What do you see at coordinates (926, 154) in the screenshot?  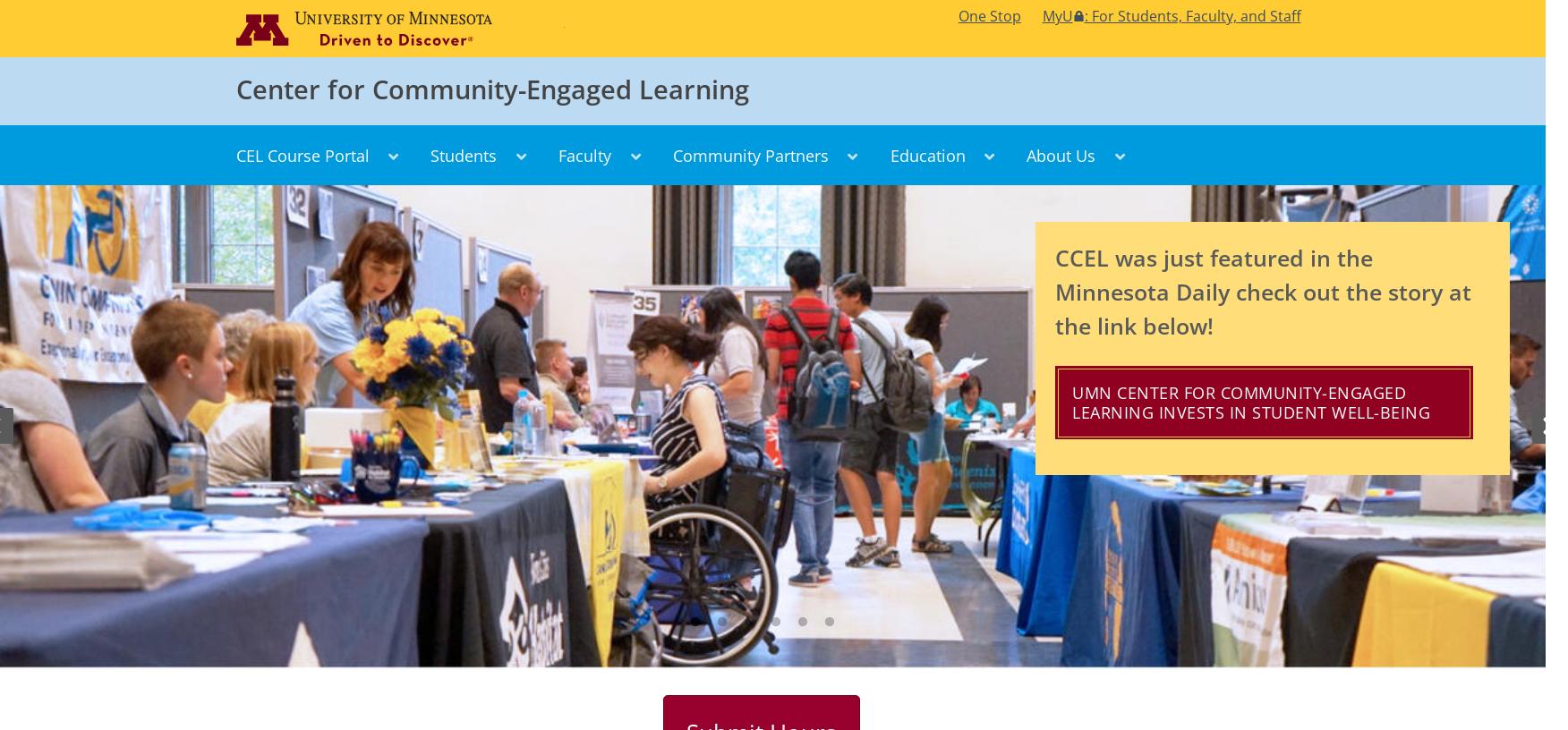 I see `'Education'` at bounding box center [926, 154].